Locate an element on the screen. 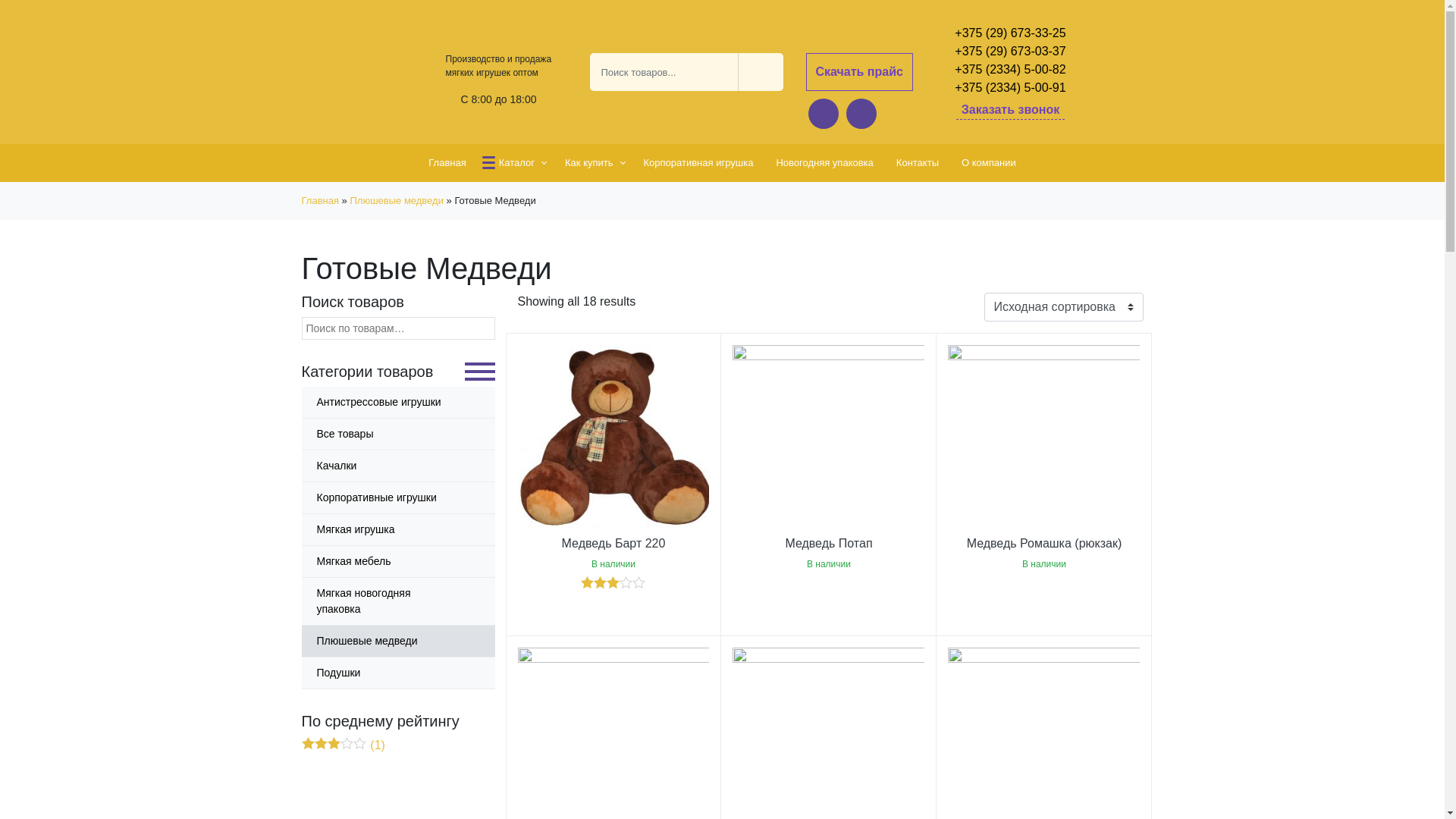 This screenshot has width=1456, height=819. '+375 (29) 673-33-25' is located at coordinates (1010, 33).